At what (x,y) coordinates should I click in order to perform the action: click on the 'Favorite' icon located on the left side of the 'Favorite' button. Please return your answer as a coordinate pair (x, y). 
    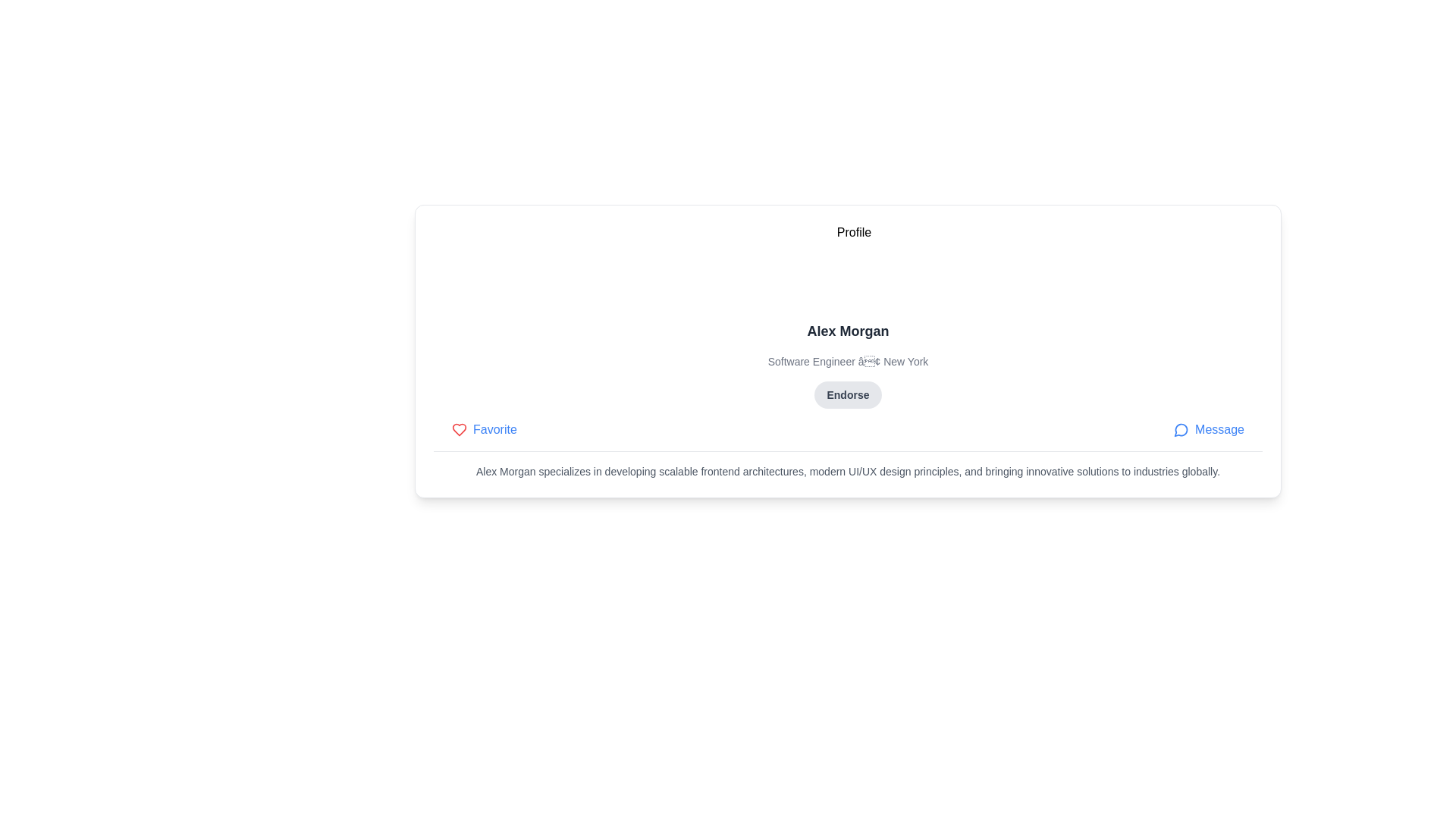
    Looking at the image, I should click on (458, 430).